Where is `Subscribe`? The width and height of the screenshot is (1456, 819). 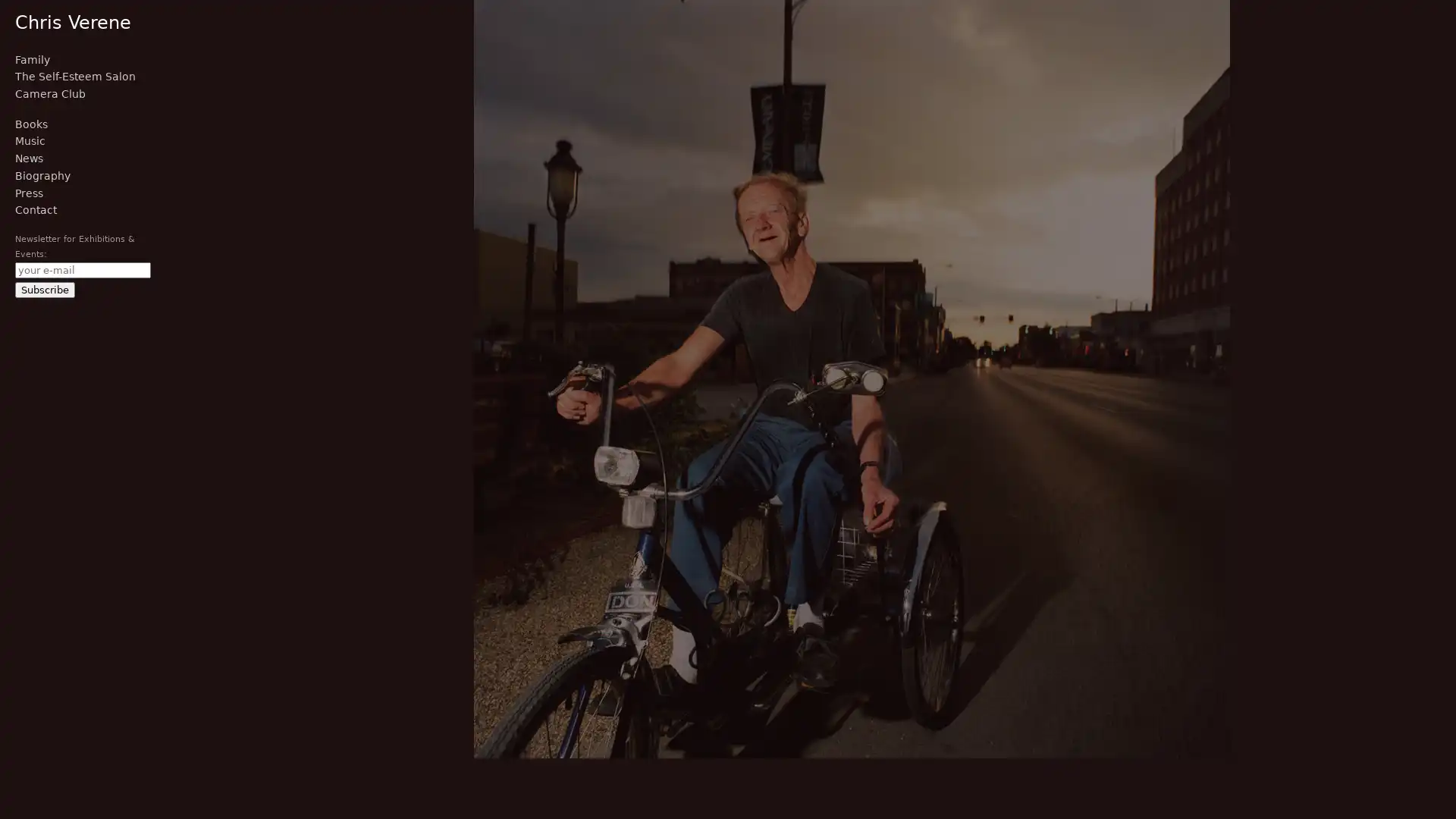 Subscribe is located at coordinates (45, 289).